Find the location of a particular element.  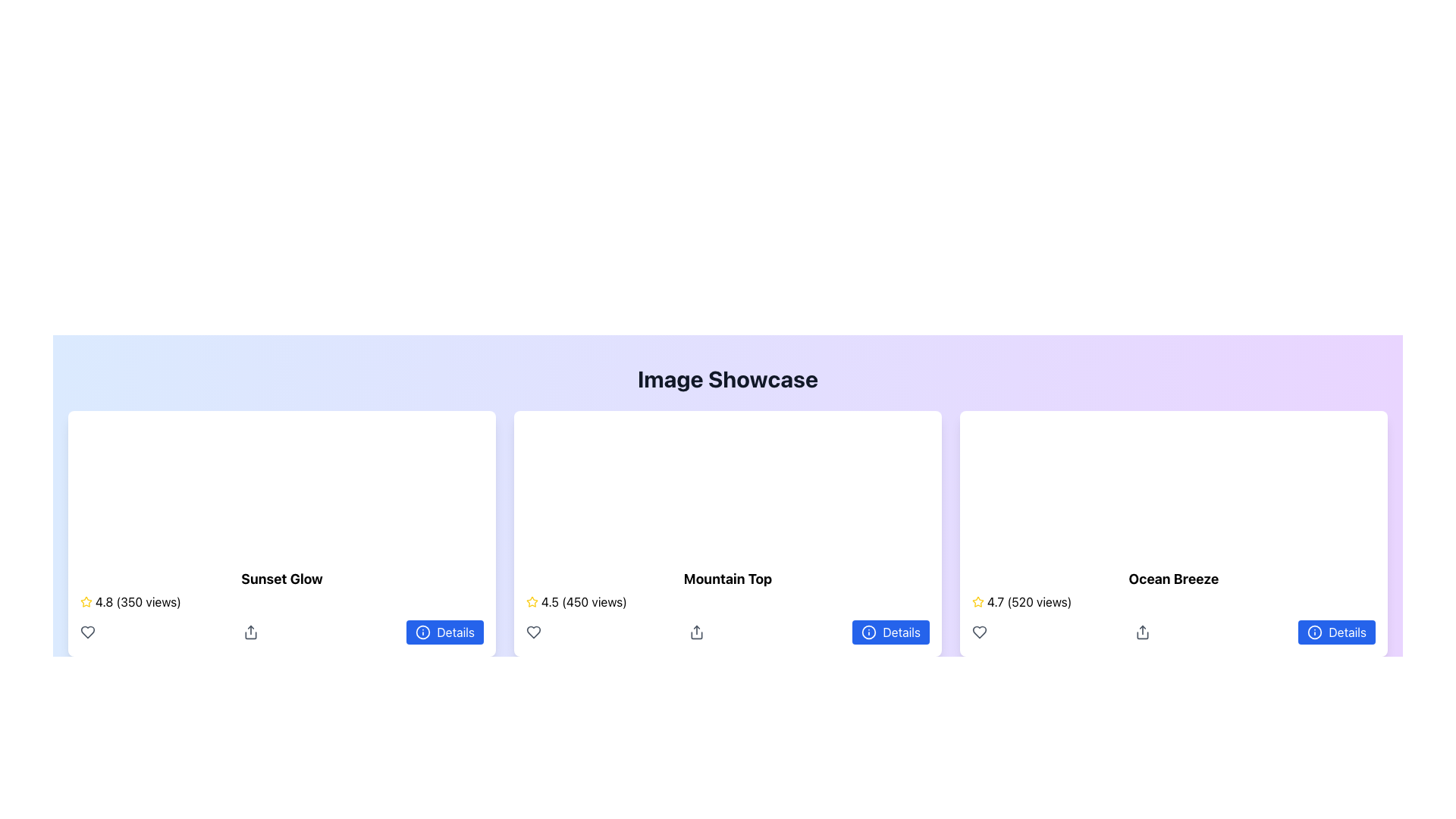

the heart-shaped button outlined in gray, located below the rating information of the 'Mountain Top' showcase item, to change its color to red is located at coordinates (534, 632).